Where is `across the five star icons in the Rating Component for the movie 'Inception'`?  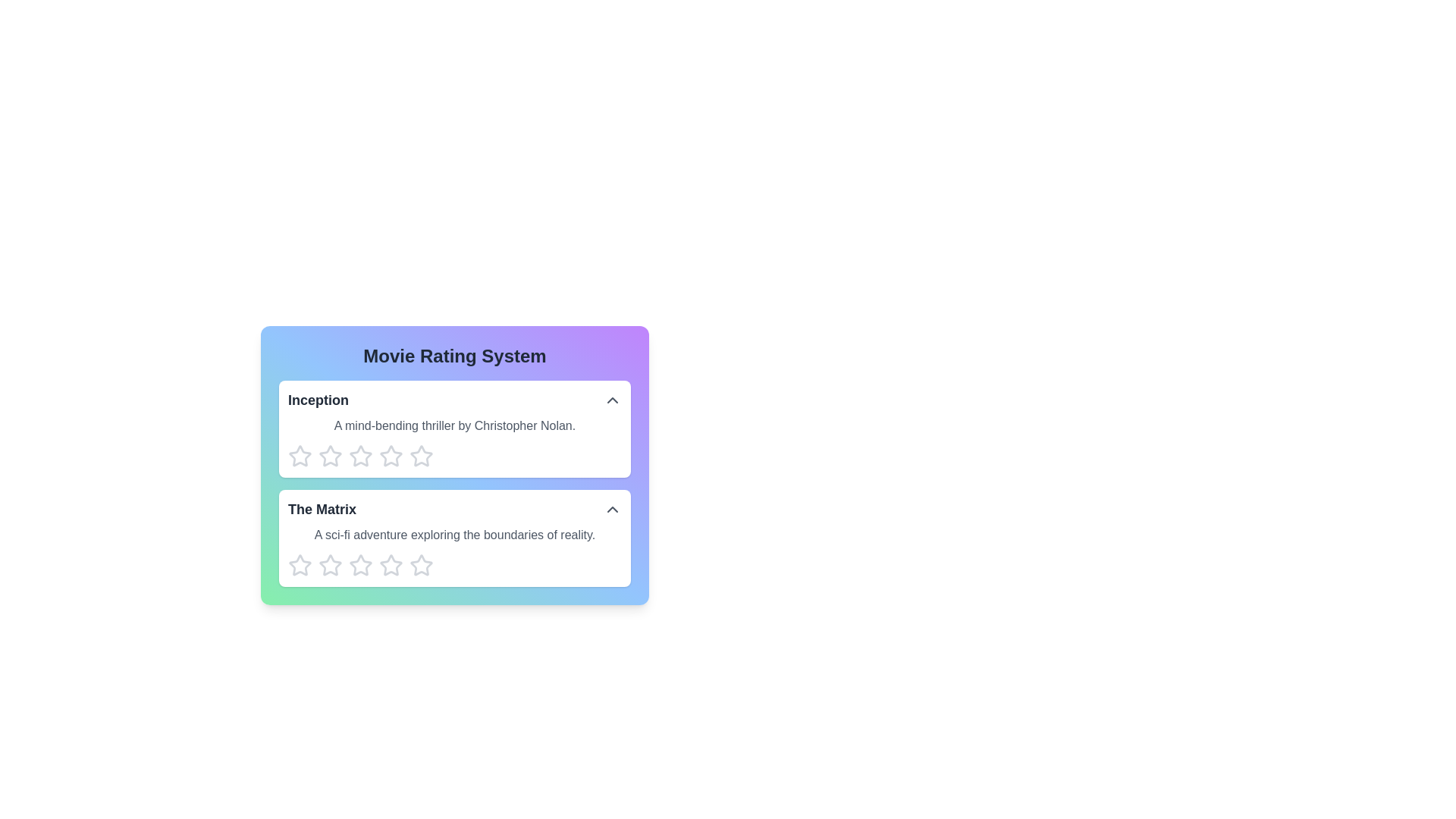
across the five star icons in the Rating Component for the movie 'Inception' is located at coordinates (454, 455).